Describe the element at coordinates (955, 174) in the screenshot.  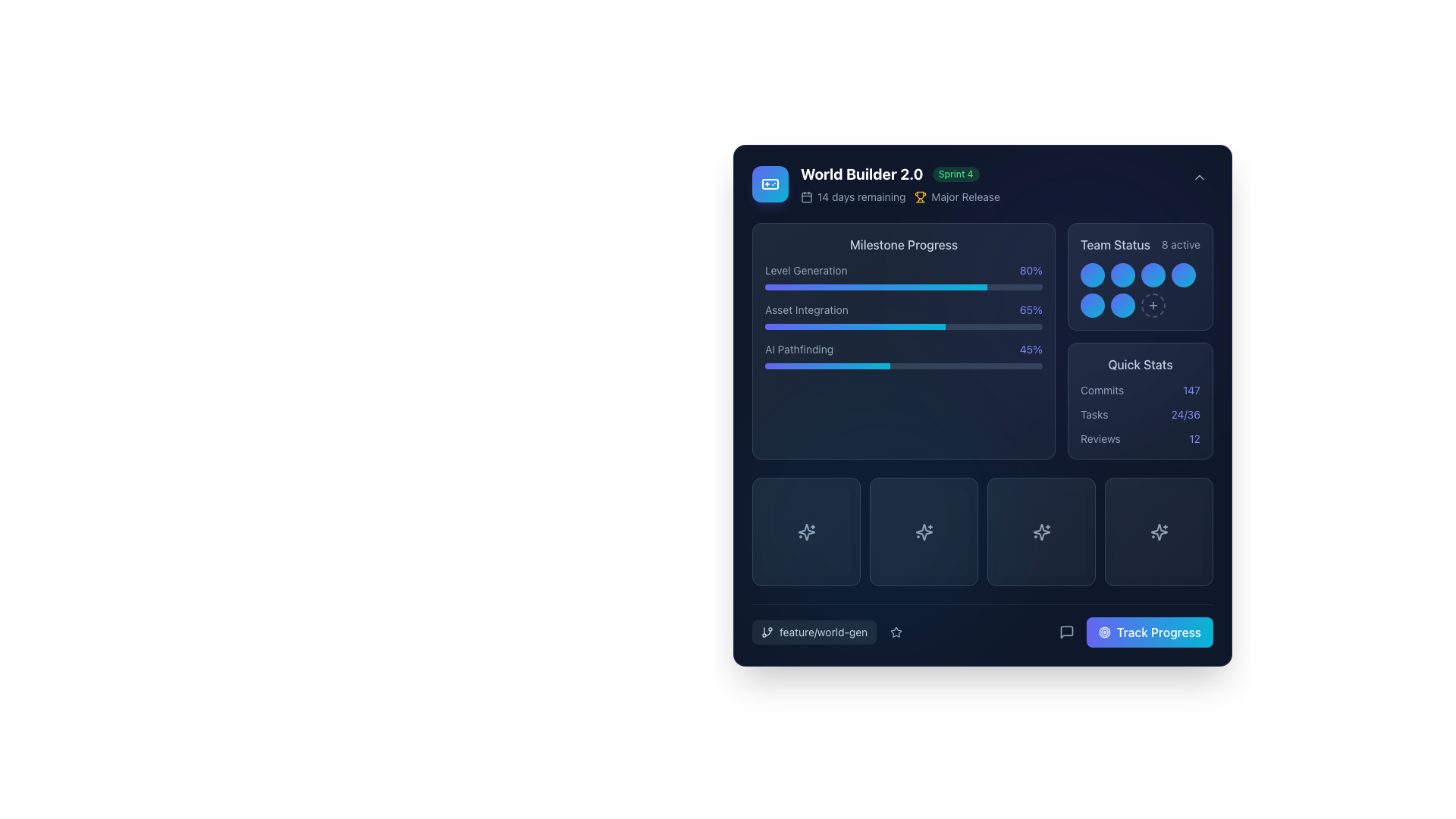
I see `the badge that communicates the current sprint phase, positioned to the right of 'World Builder 2.0' in the top-left portion of the interface` at that location.